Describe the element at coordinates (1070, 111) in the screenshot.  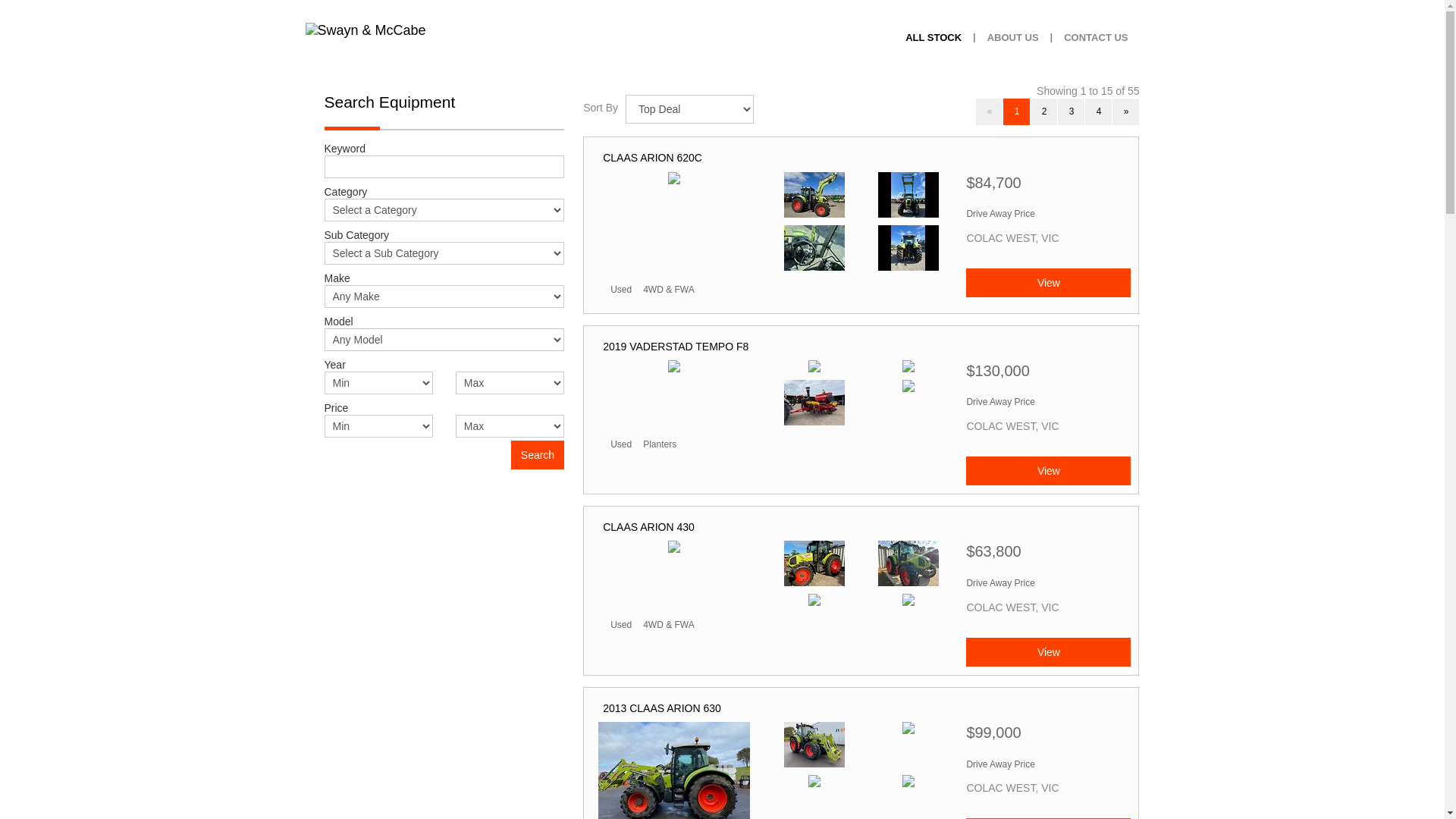
I see `'3'` at that location.